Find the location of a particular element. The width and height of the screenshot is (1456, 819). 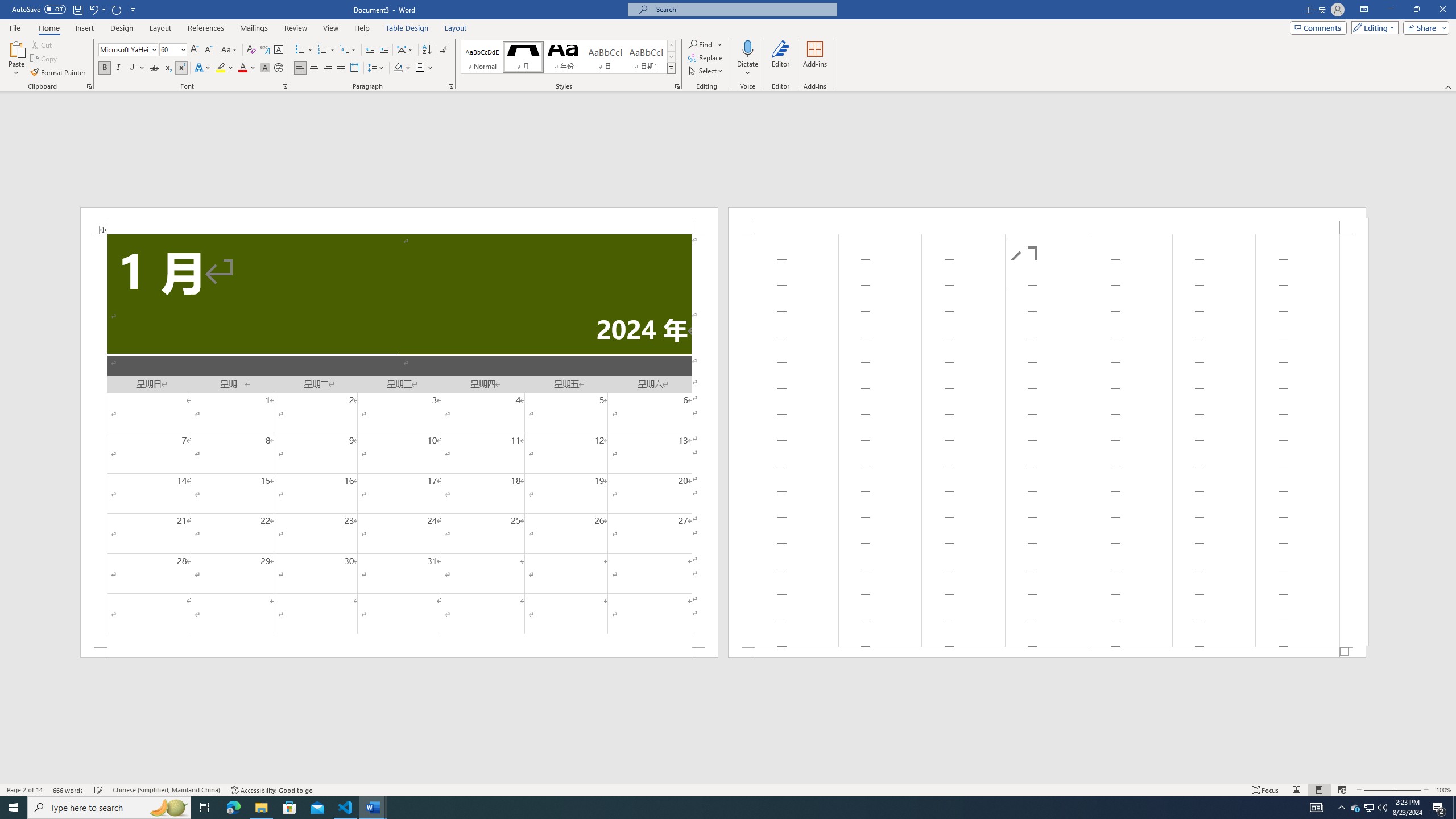

'Font Size' is located at coordinates (169, 49).